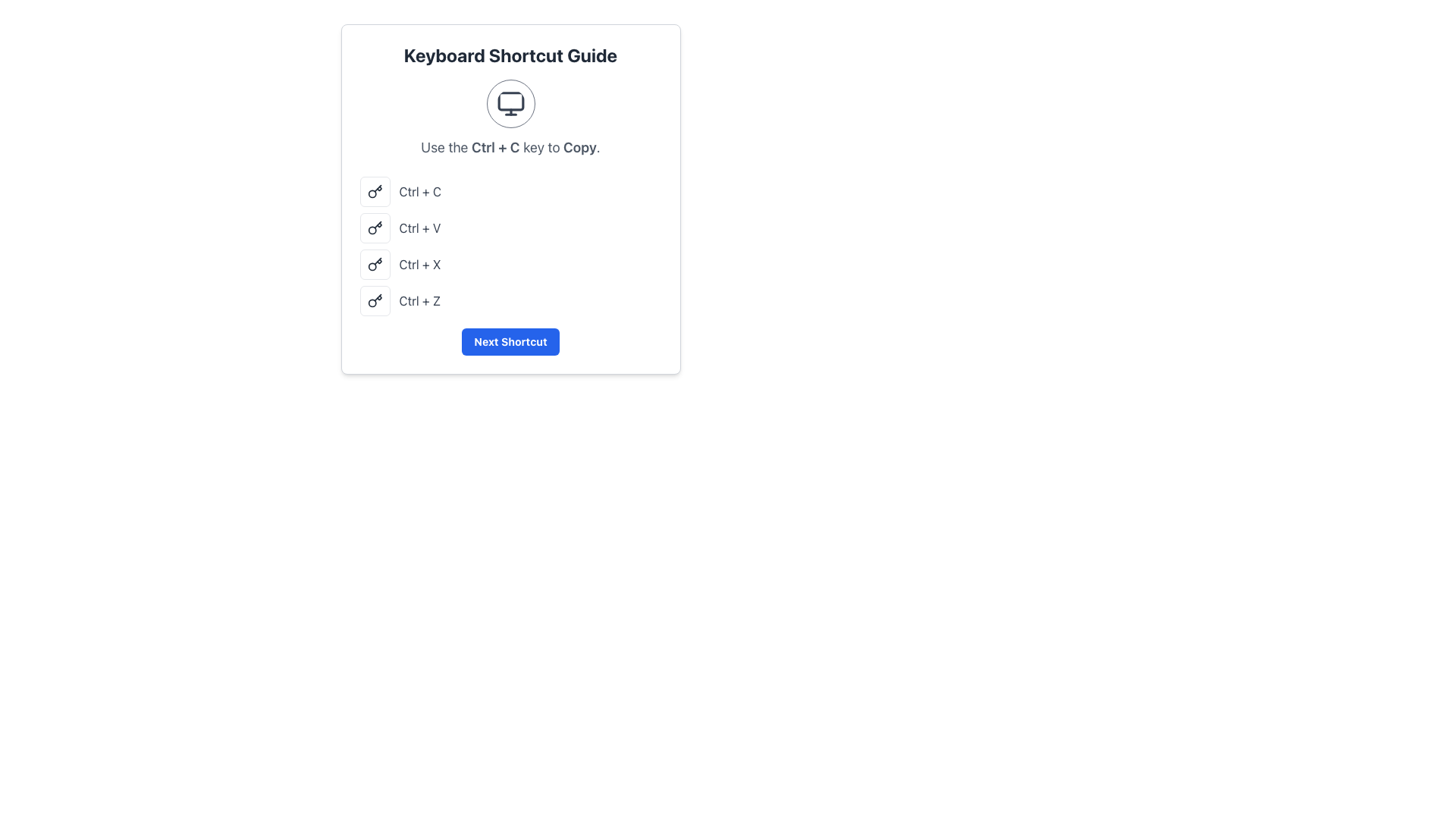 This screenshot has width=1456, height=819. I want to click on the decorative SVG icon that represents computer usage, located above the text 'Use the Ctrl + C key to Copy.', so click(510, 103).